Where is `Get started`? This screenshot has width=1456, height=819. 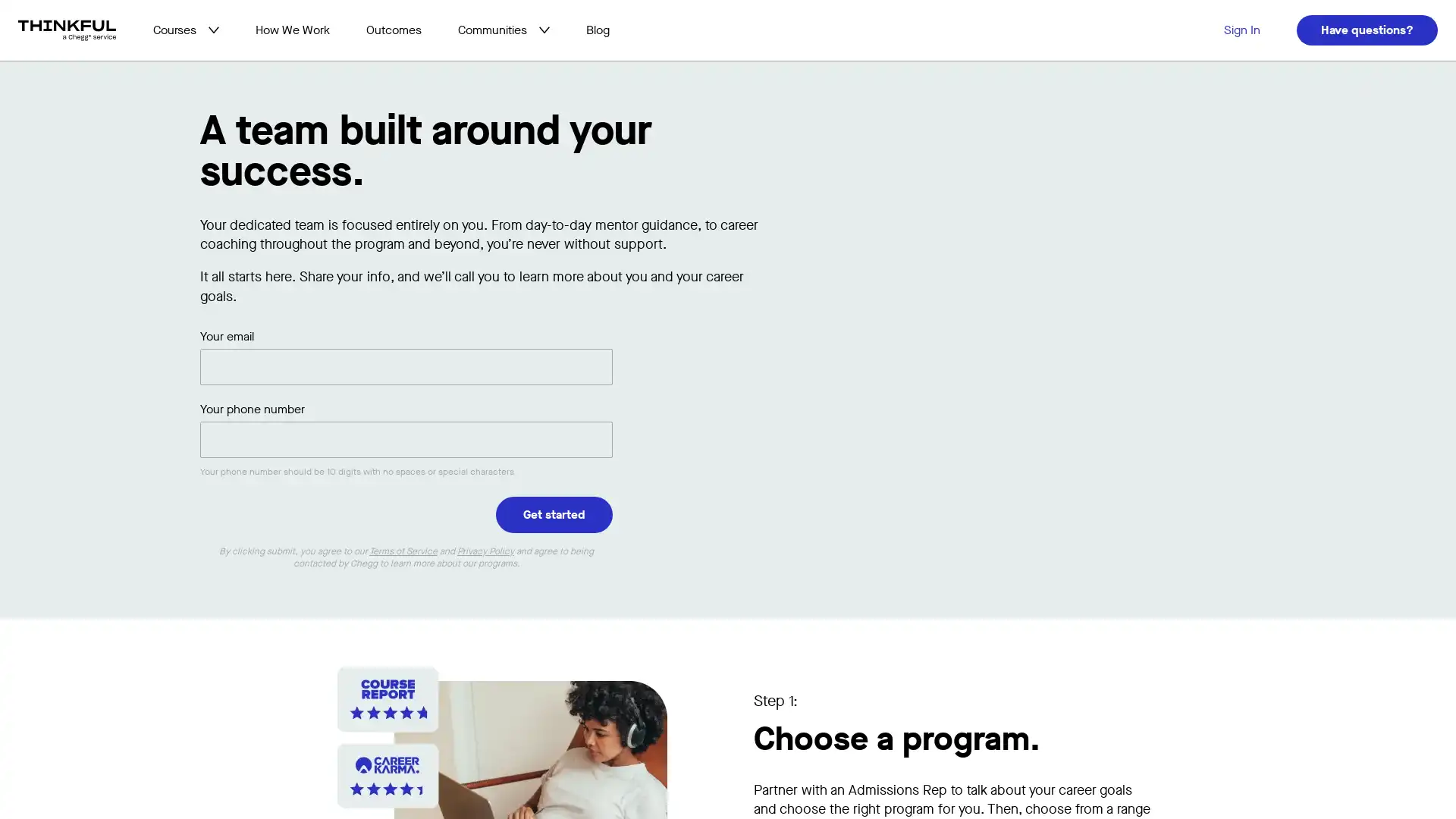 Get started is located at coordinates (553, 513).